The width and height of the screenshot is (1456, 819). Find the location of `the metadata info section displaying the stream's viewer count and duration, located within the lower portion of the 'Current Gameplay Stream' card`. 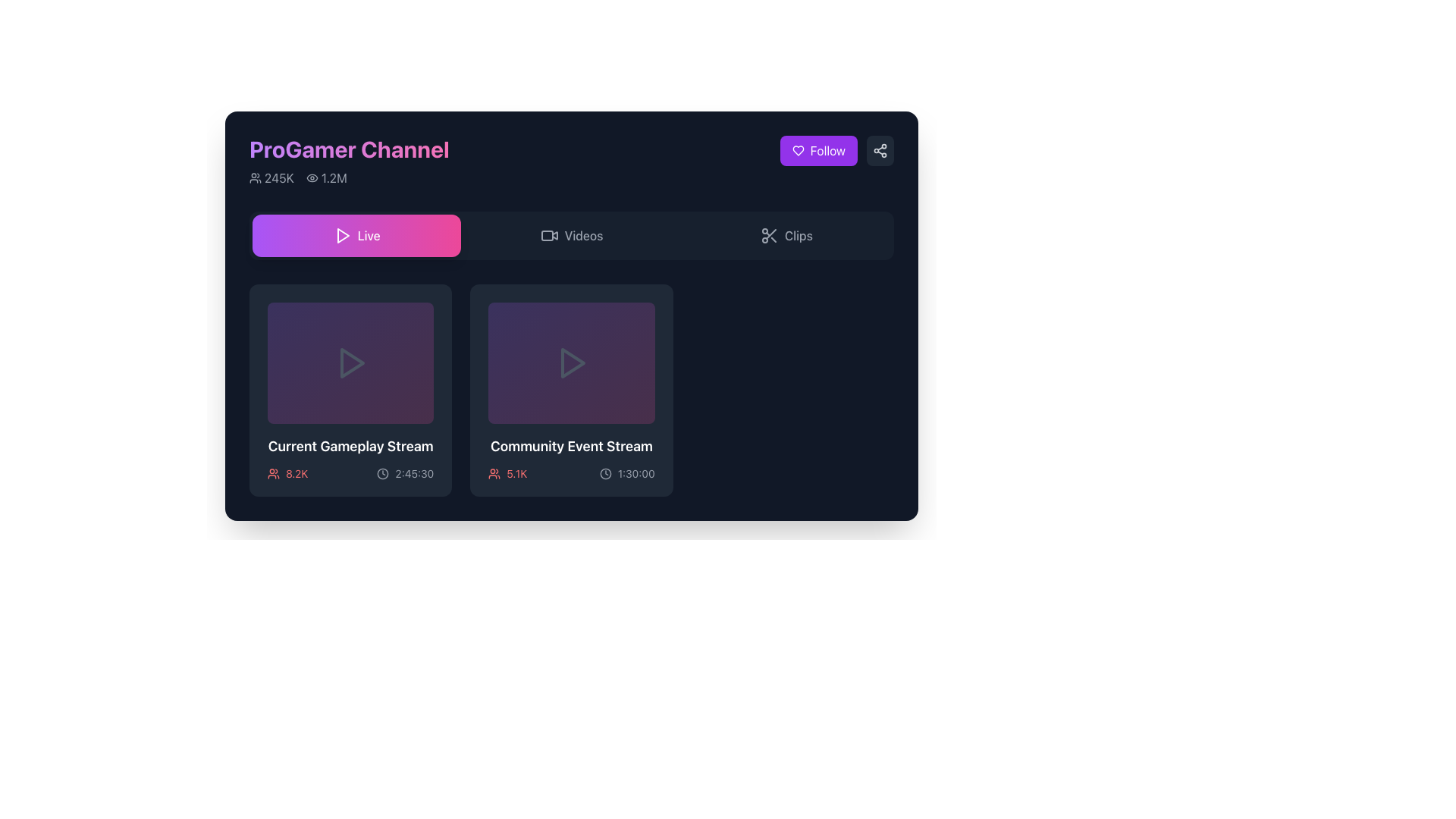

the metadata info section displaying the stream's viewer count and duration, located within the lower portion of the 'Current Gameplay Stream' card is located at coordinates (350, 472).